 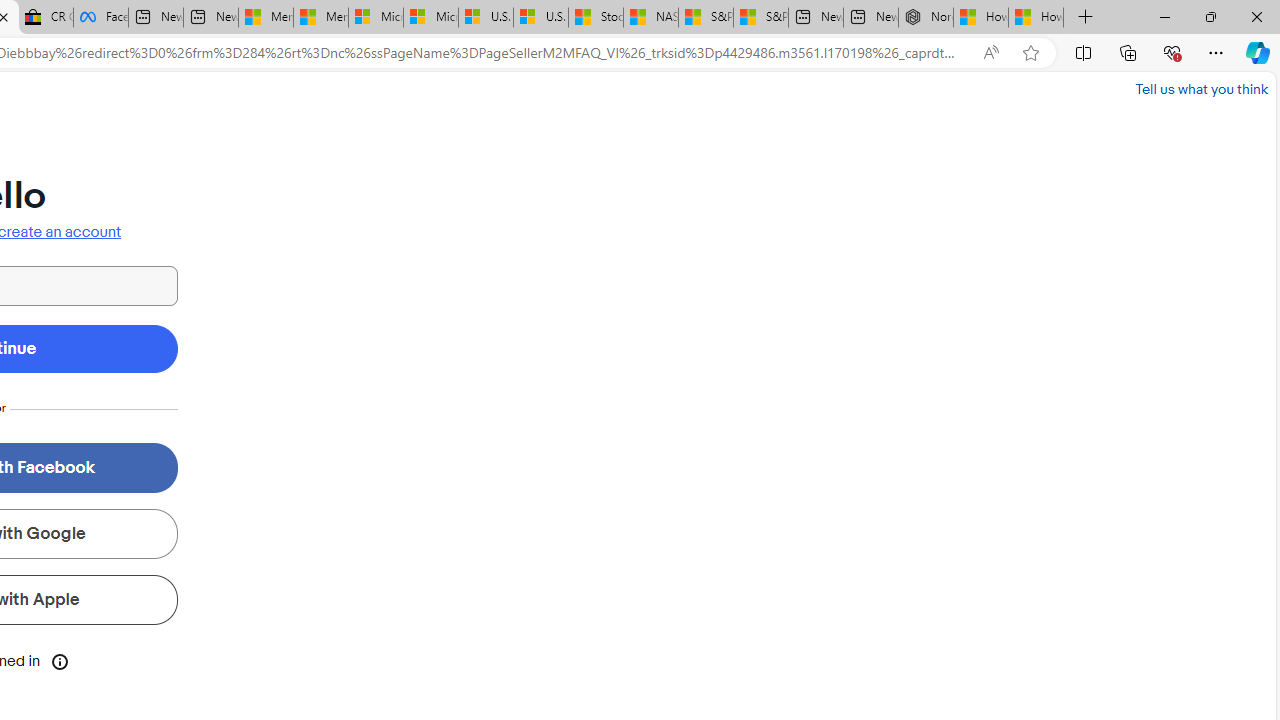 I want to click on 'S&P 500, Nasdaq end lower, weighed by Nvidia dip | Watch', so click(x=759, y=17).